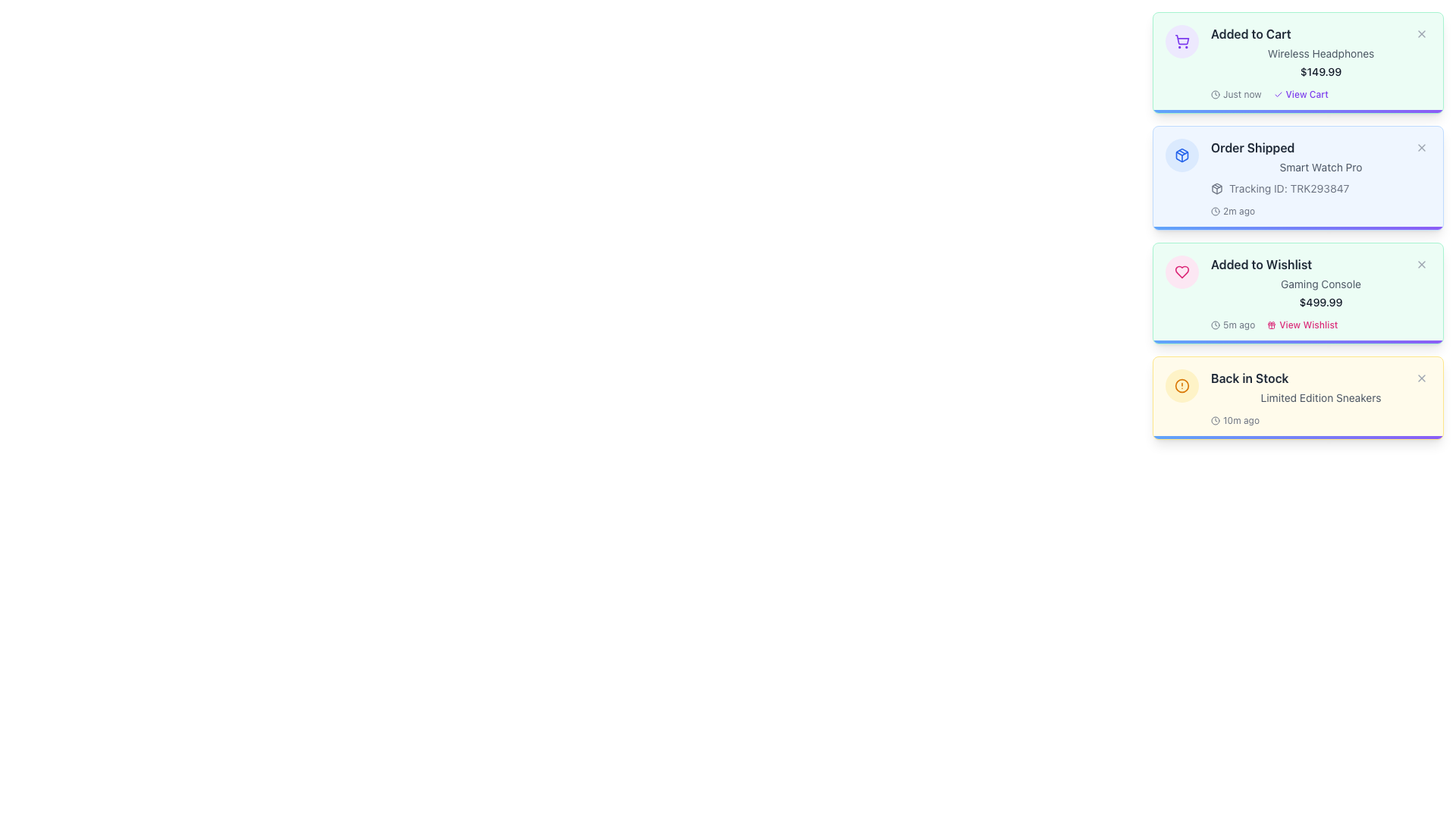 This screenshot has height=819, width=1456. Describe the element at coordinates (1216, 324) in the screenshot. I see `the Clock icon located to the left of the '5m ago' text in the 'Added to Wishlist' notification card` at that location.